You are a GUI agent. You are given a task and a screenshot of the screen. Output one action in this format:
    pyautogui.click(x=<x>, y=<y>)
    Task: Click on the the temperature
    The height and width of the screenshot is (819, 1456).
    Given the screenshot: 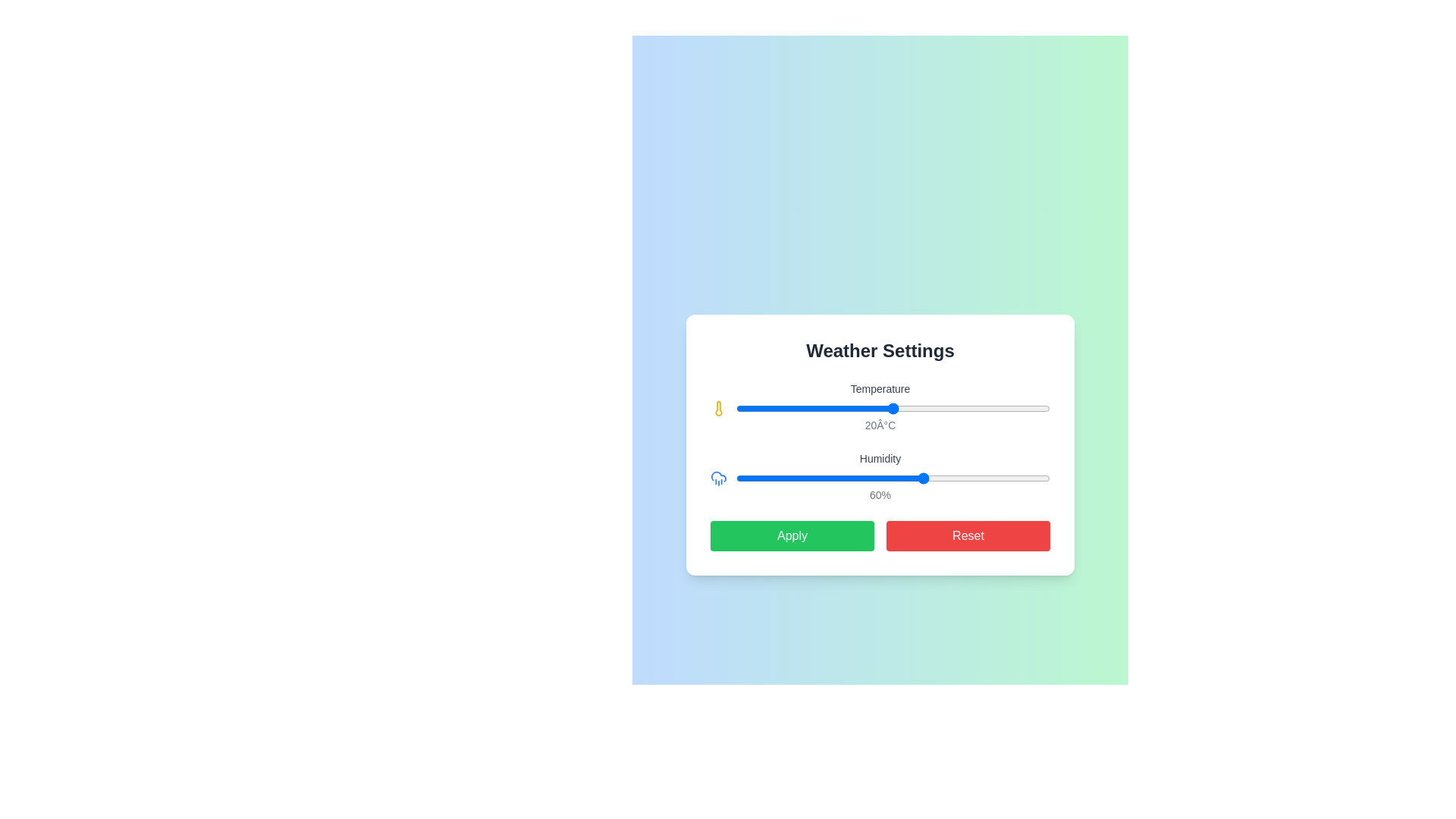 What is the action you would take?
    pyautogui.click(x=1011, y=408)
    